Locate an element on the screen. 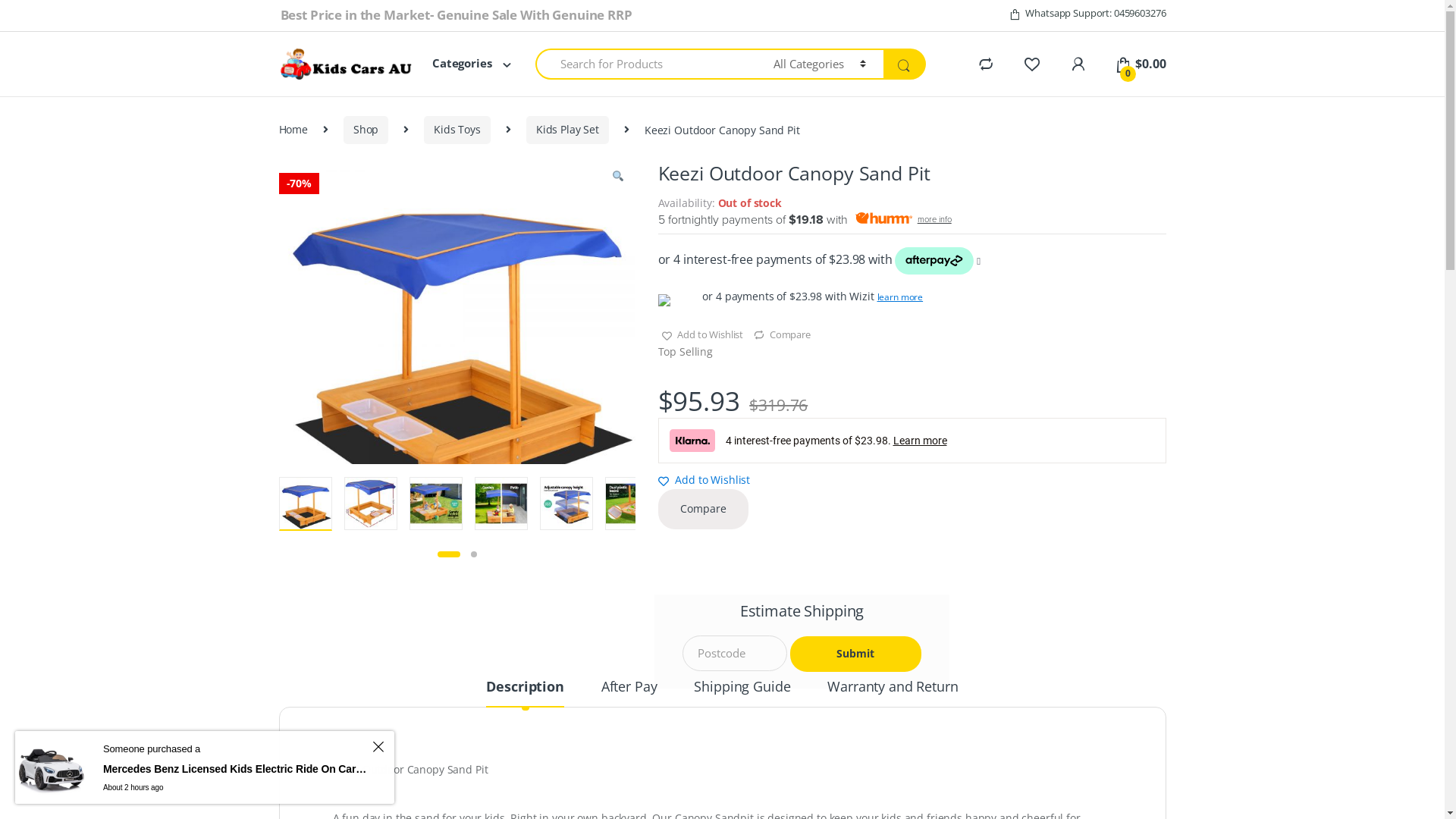 Image resolution: width=1456 pixels, height=819 pixels. 'Shipping Guide' is located at coordinates (742, 693).